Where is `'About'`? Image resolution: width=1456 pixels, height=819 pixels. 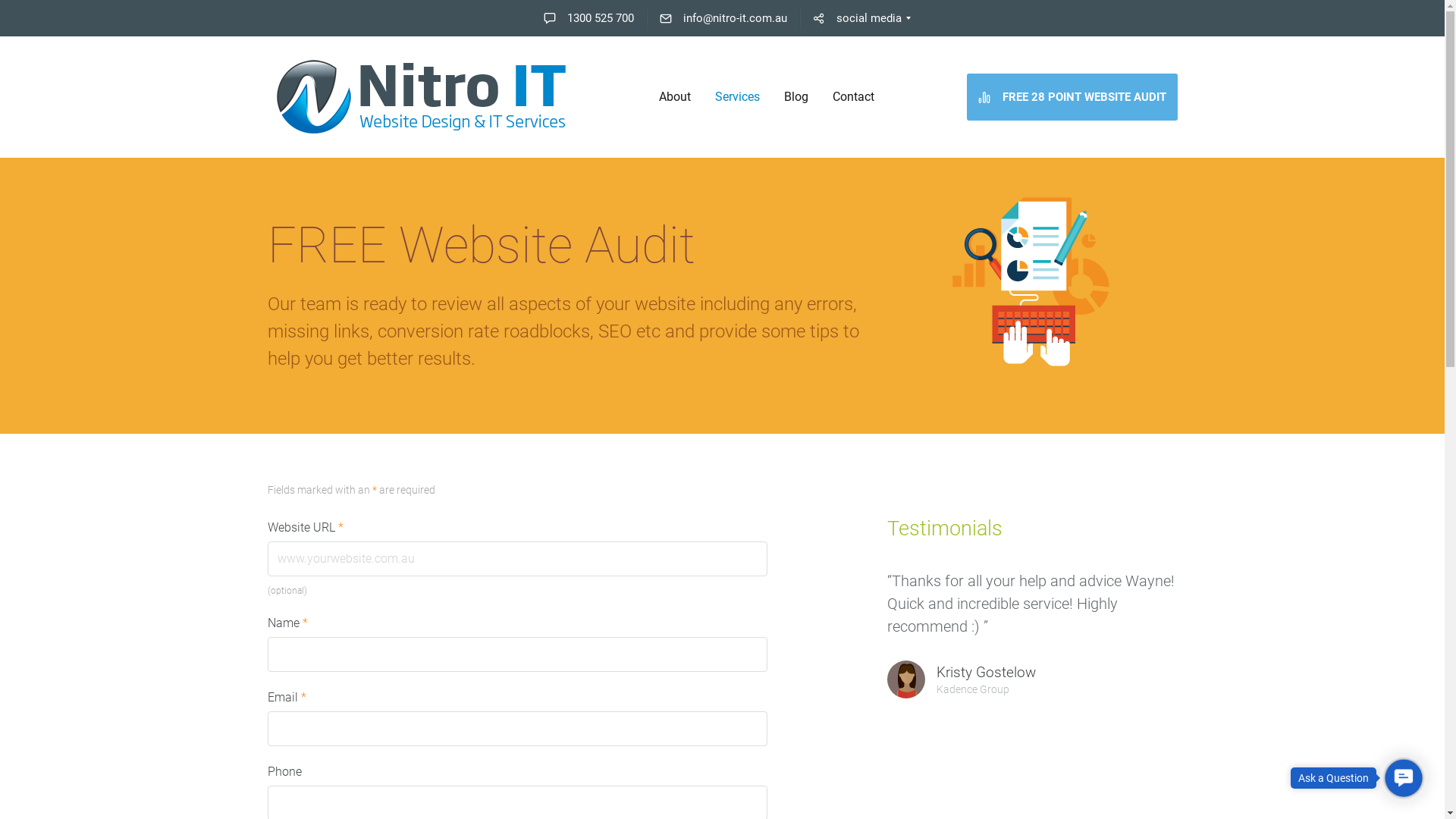
'About' is located at coordinates (647, 96).